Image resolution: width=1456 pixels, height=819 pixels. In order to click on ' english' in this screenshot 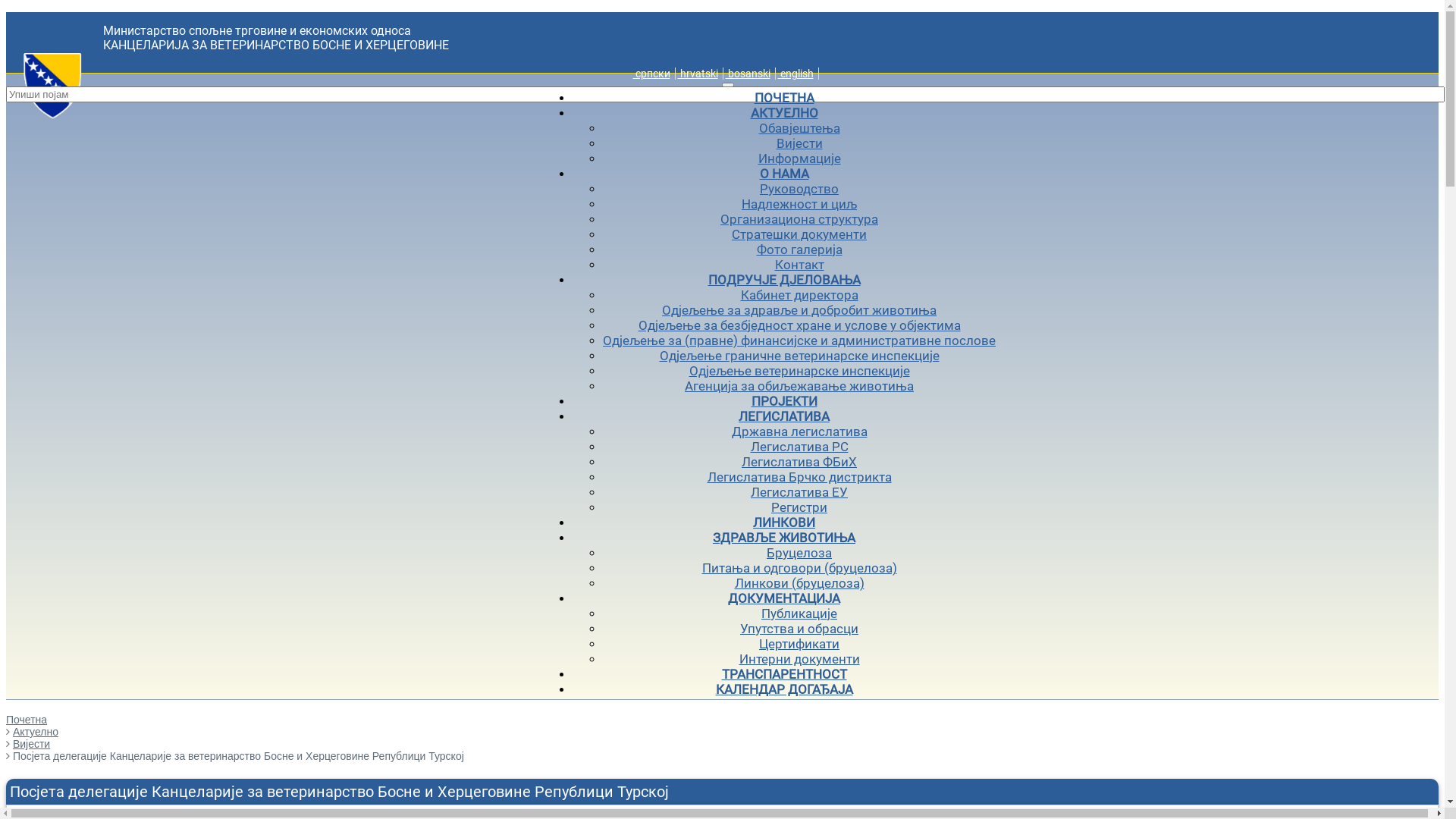, I will do `click(795, 73)`.